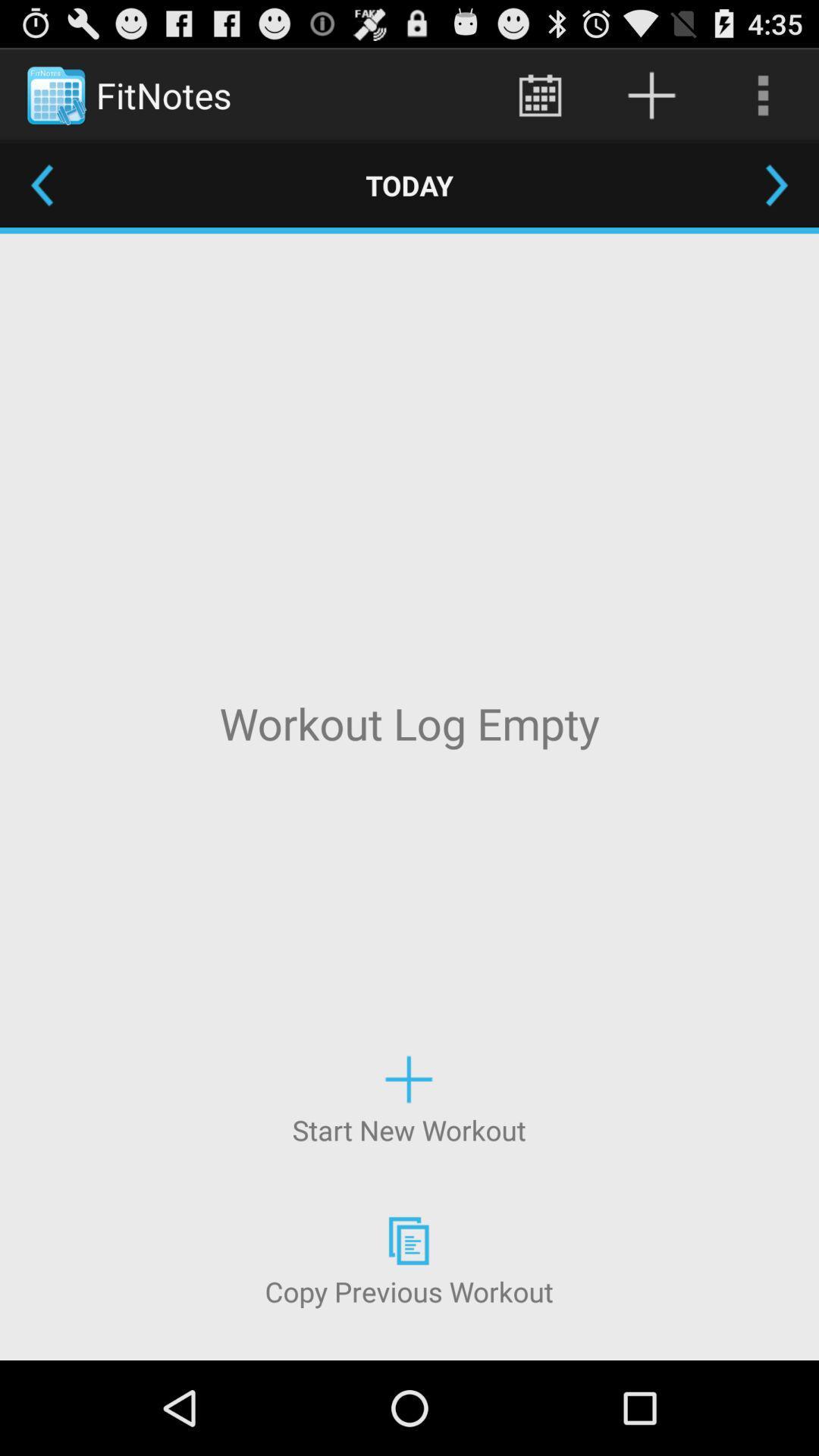 The width and height of the screenshot is (819, 1456). What do you see at coordinates (408, 1260) in the screenshot?
I see `the copy previous workout app` at bounding box center [408, 1260].